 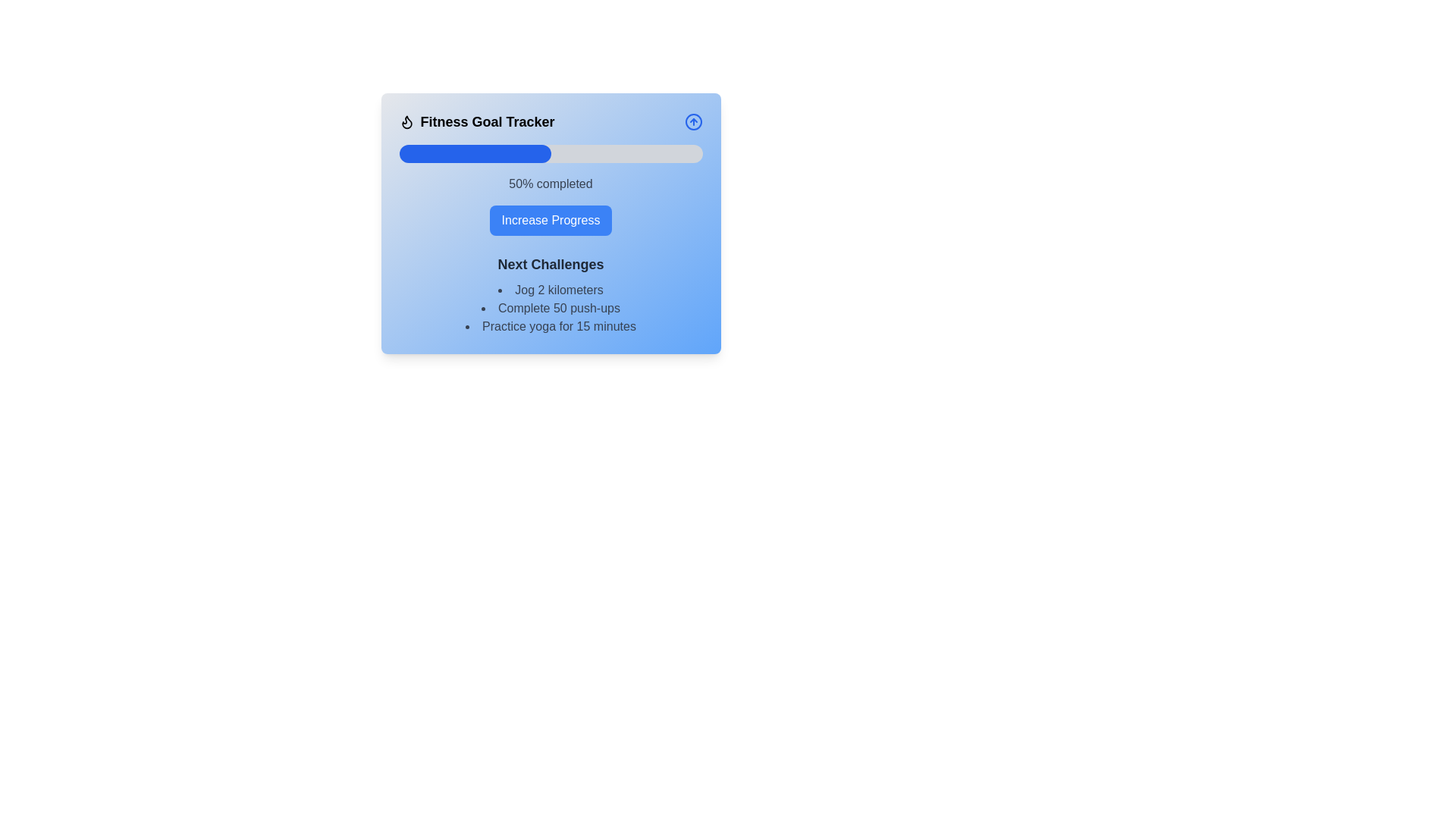 What do you see at coordinates (550, 308) in the screenshot?
I see `text label displaying 'Complete 50 push-ups', which is the second item in the 'Next Challenges' section of the UI, located between 'Jog 2 kilometers' and 'Practice yoga for 15 minutes'` at bounding box center [550, 308].